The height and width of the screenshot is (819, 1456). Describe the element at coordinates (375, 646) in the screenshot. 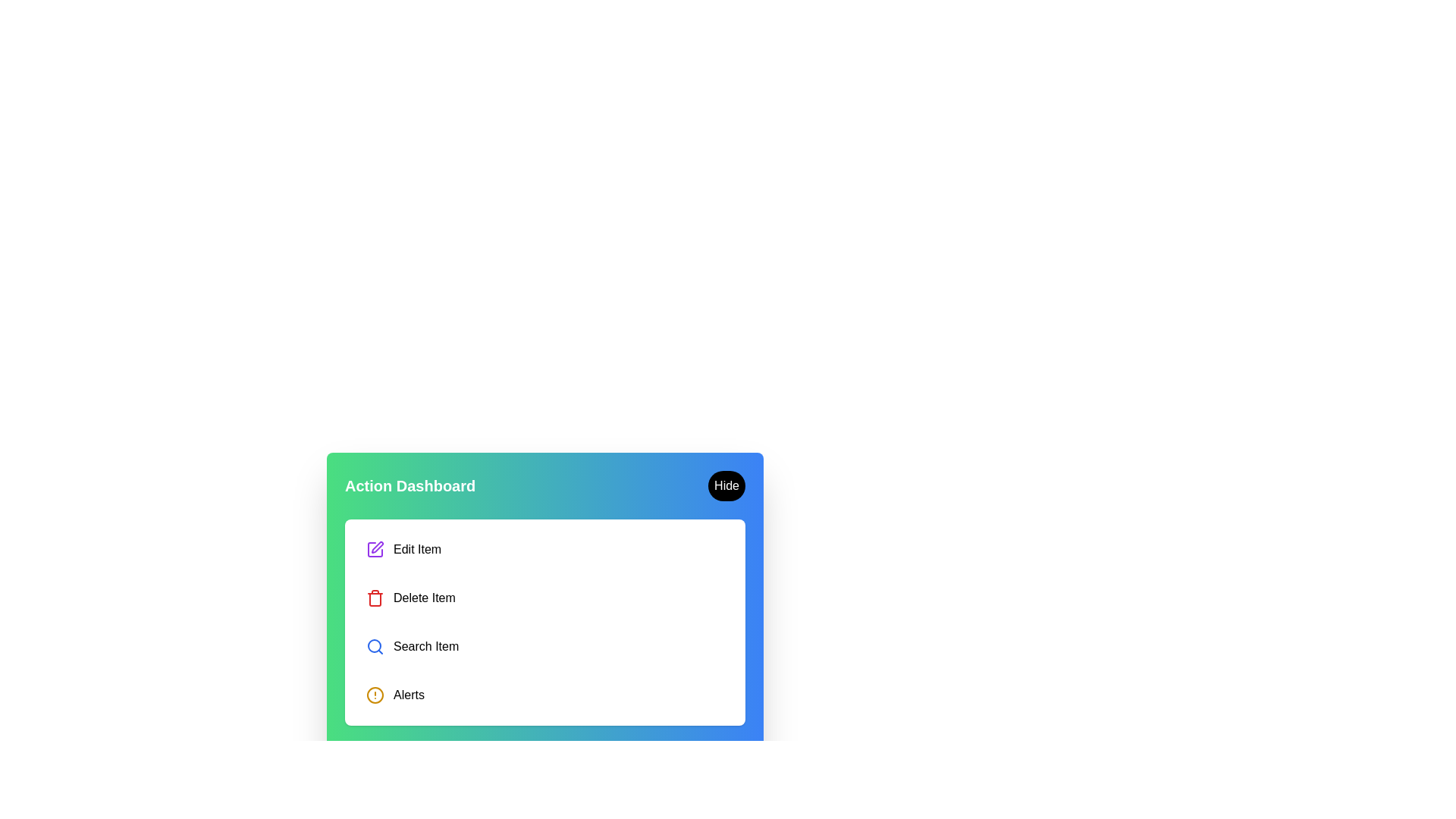

I see `the magnifying glass icon, which is the first visual item in the Action Dashboard interface, located to the left of the text 'Search Item'` at that location.